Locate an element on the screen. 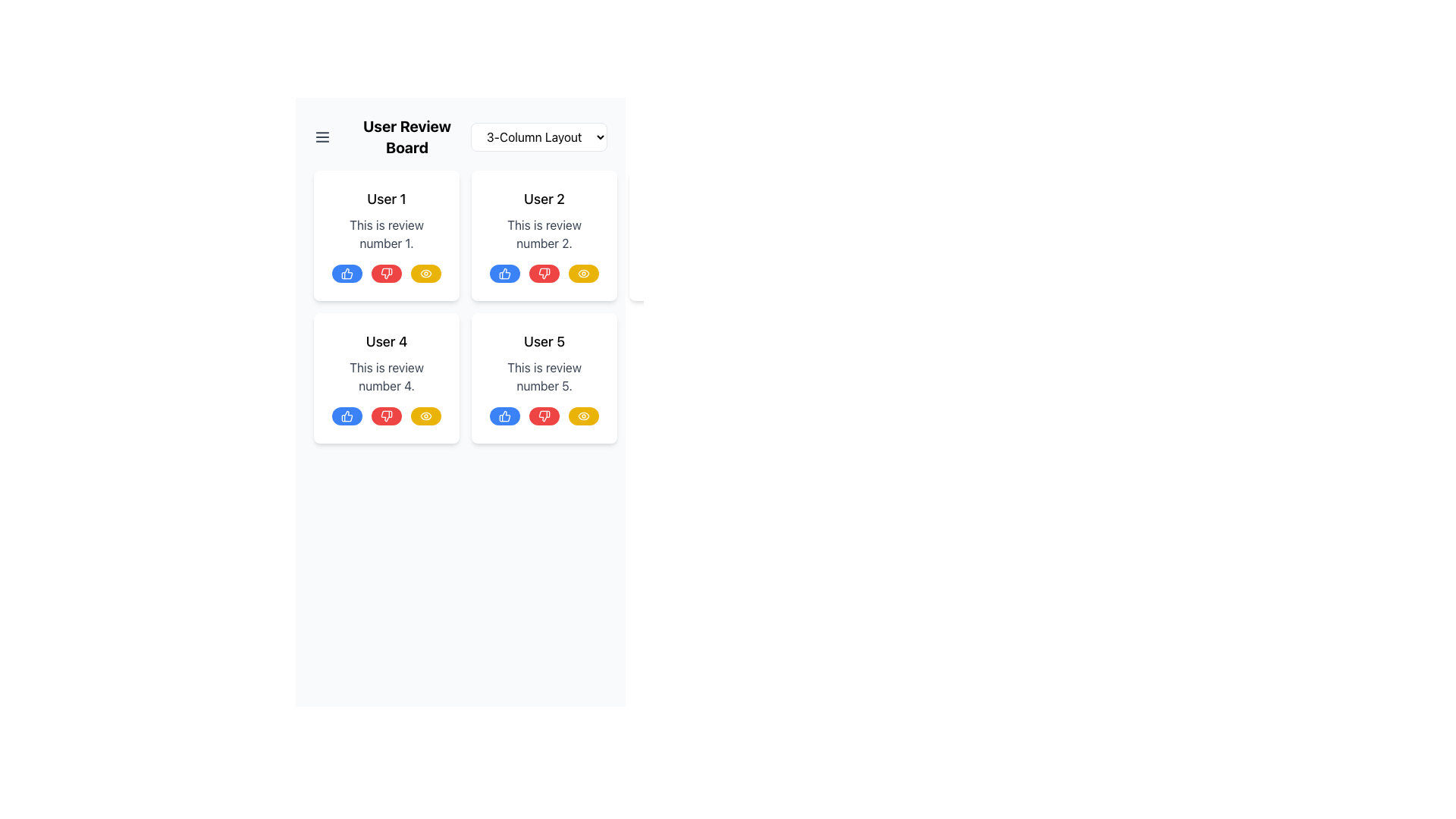 Image resolution: width=1456 pixels, height=819 pixels. the thumbs-down icon within the red circular feedback button, which is positioned second among three feedback options for user reviews is located at coordinates (386, 274).